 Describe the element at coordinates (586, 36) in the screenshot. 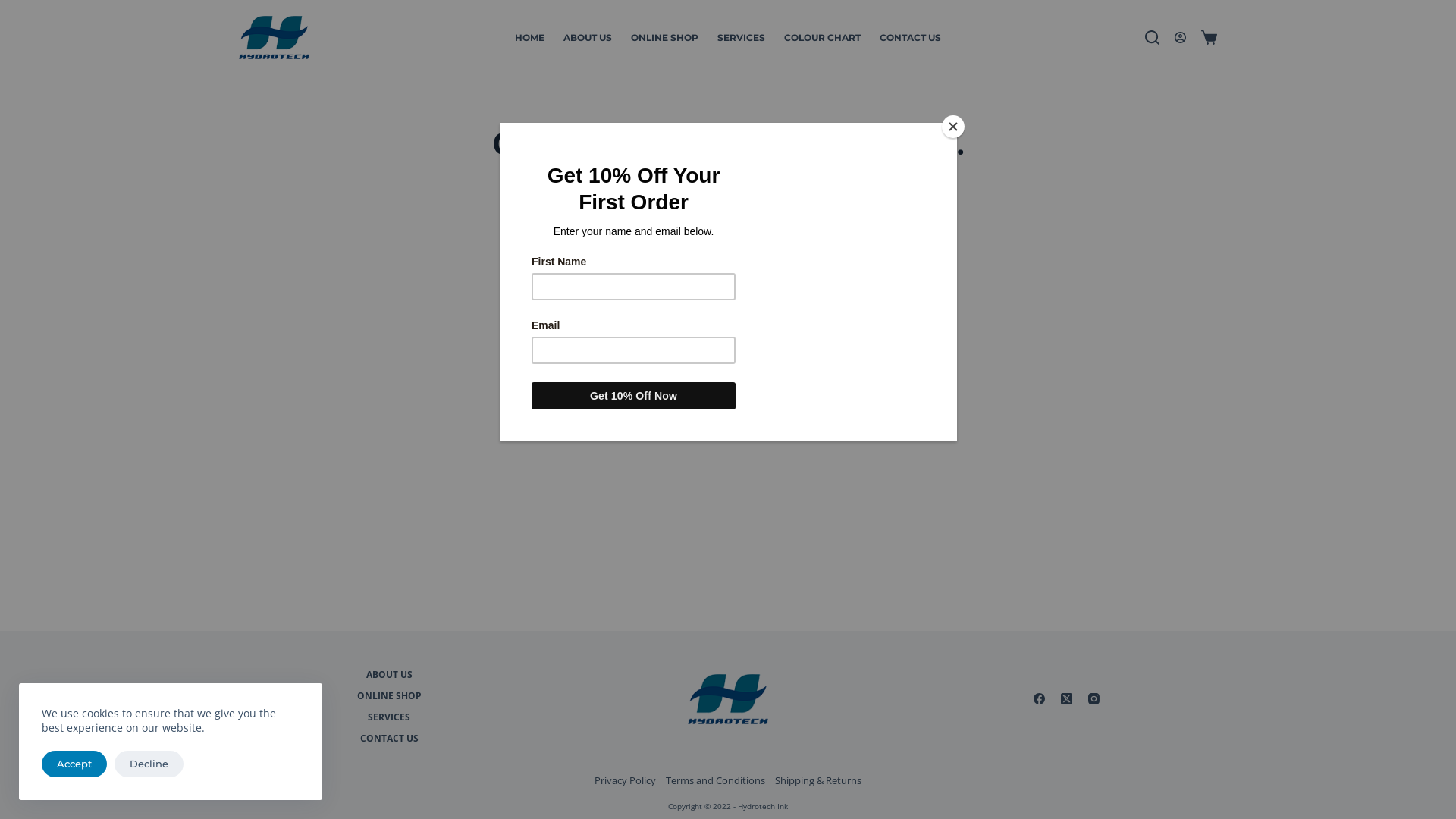

I see `'ABOUT US'` at that location.